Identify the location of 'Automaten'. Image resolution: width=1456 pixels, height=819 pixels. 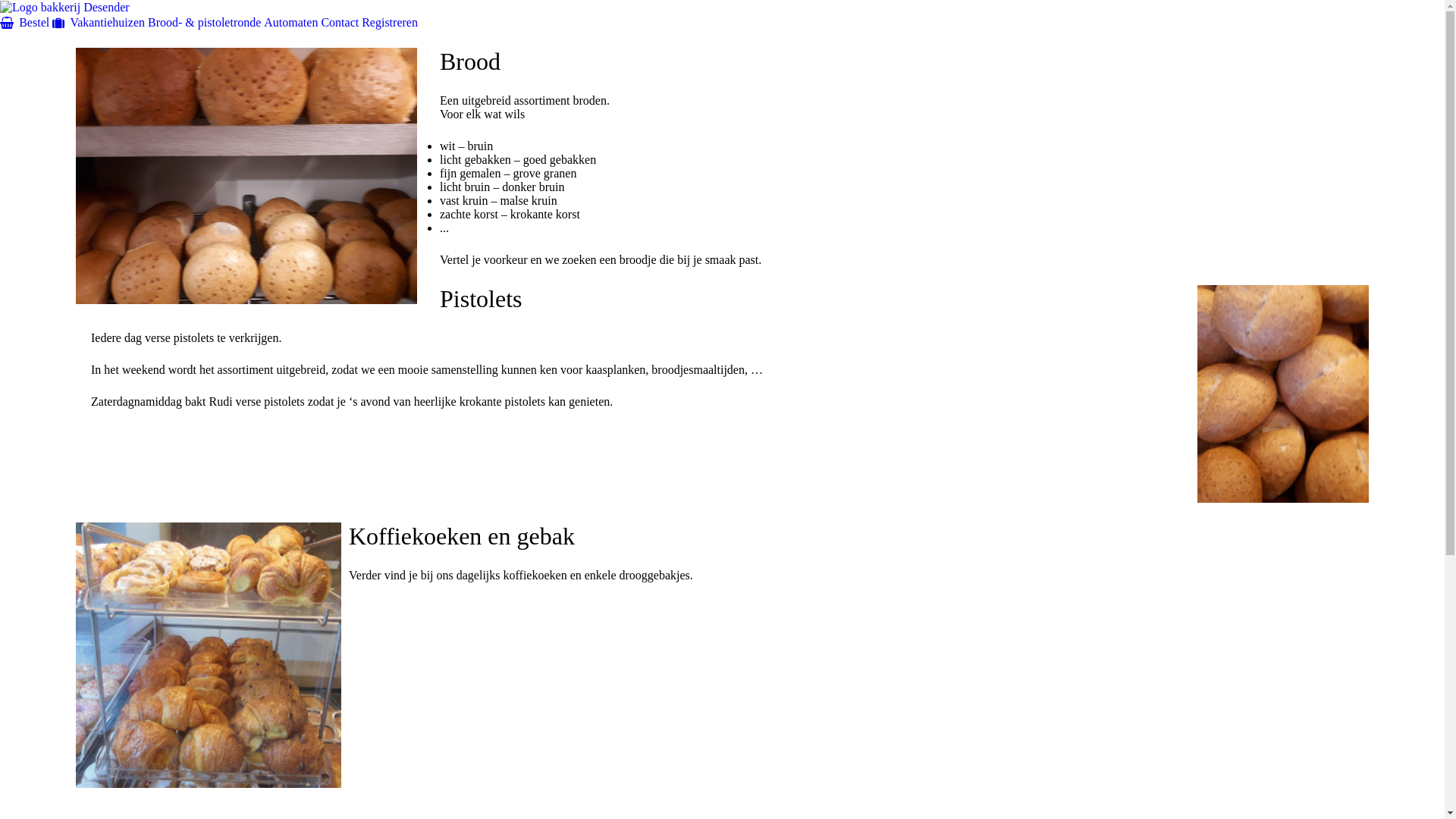
(290, 21).